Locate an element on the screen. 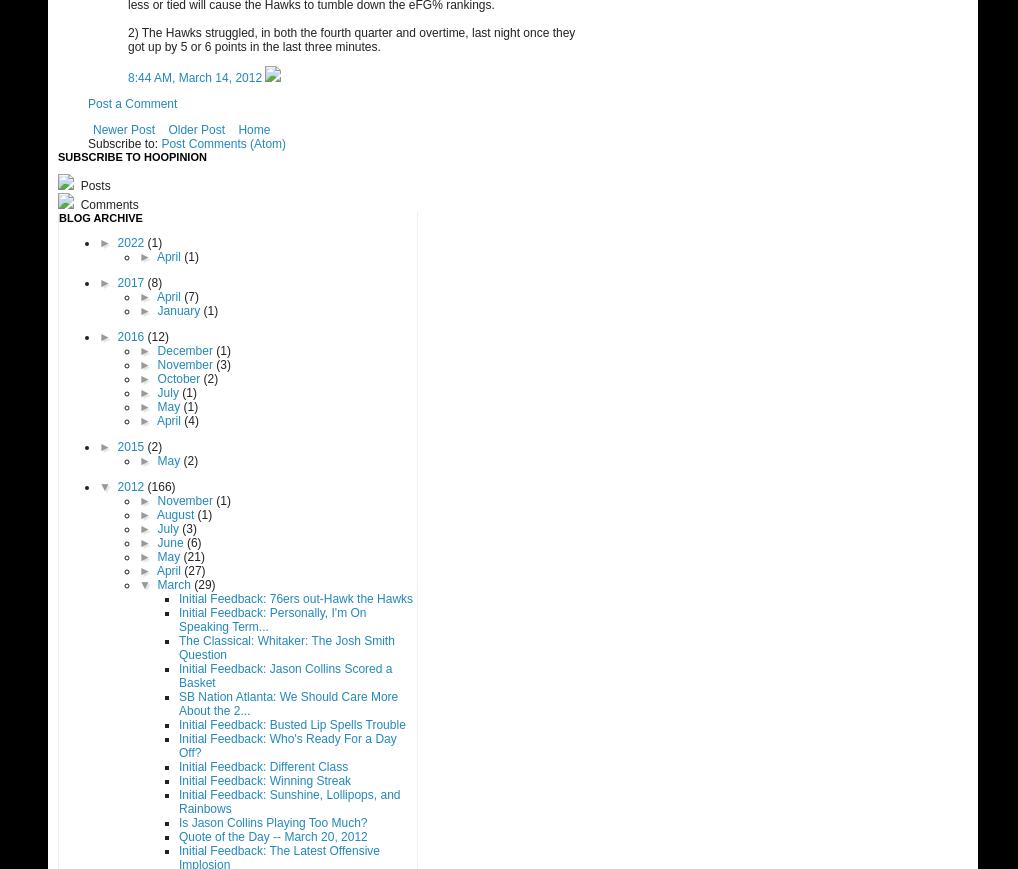 This screenshot has width=1018, height=869. 'Post a Comment' is located at coordinates (131, 103).